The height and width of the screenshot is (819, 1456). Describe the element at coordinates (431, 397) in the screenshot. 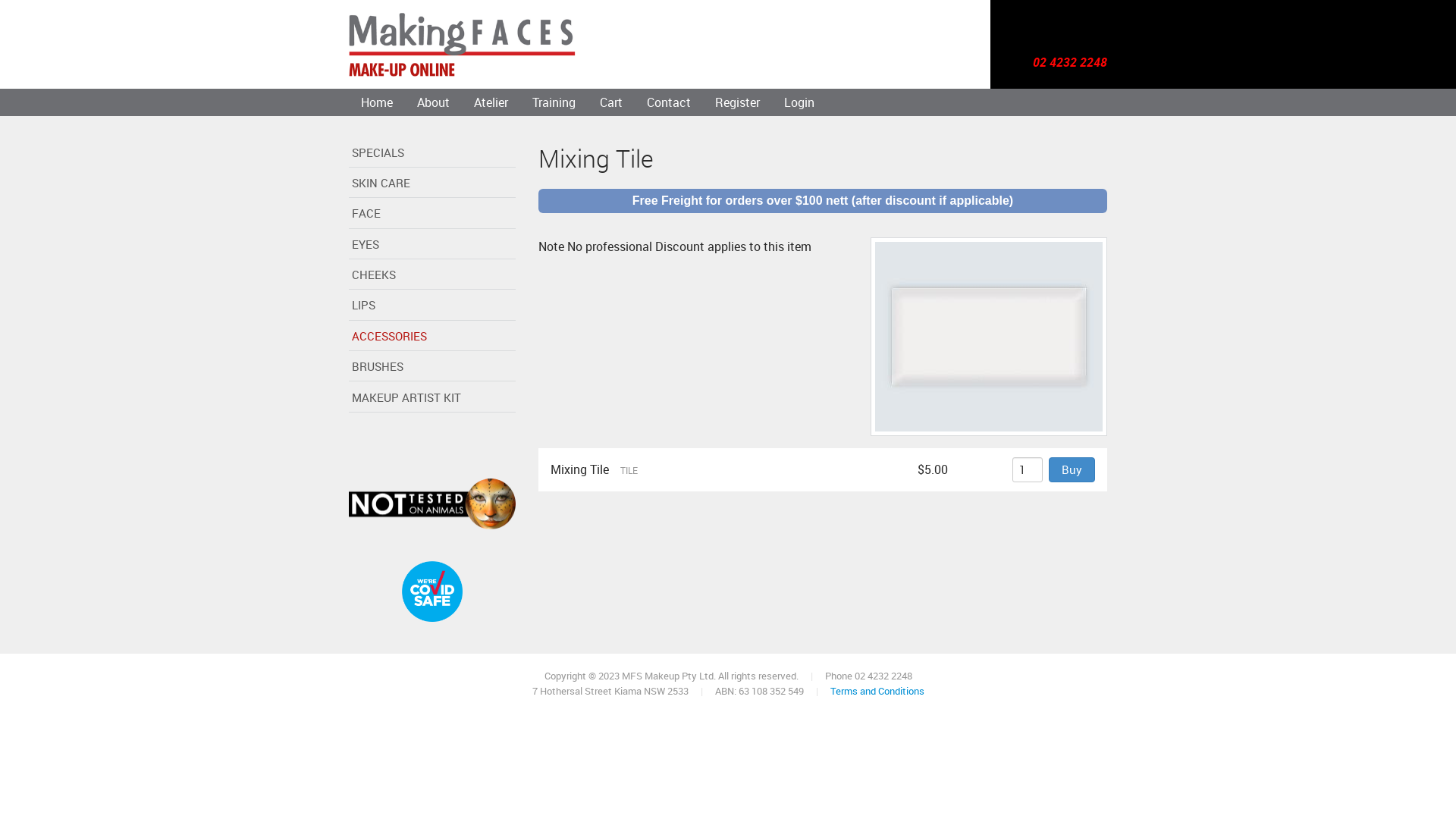

I see `'MAKEUP ARTIST KIT'` at that location.